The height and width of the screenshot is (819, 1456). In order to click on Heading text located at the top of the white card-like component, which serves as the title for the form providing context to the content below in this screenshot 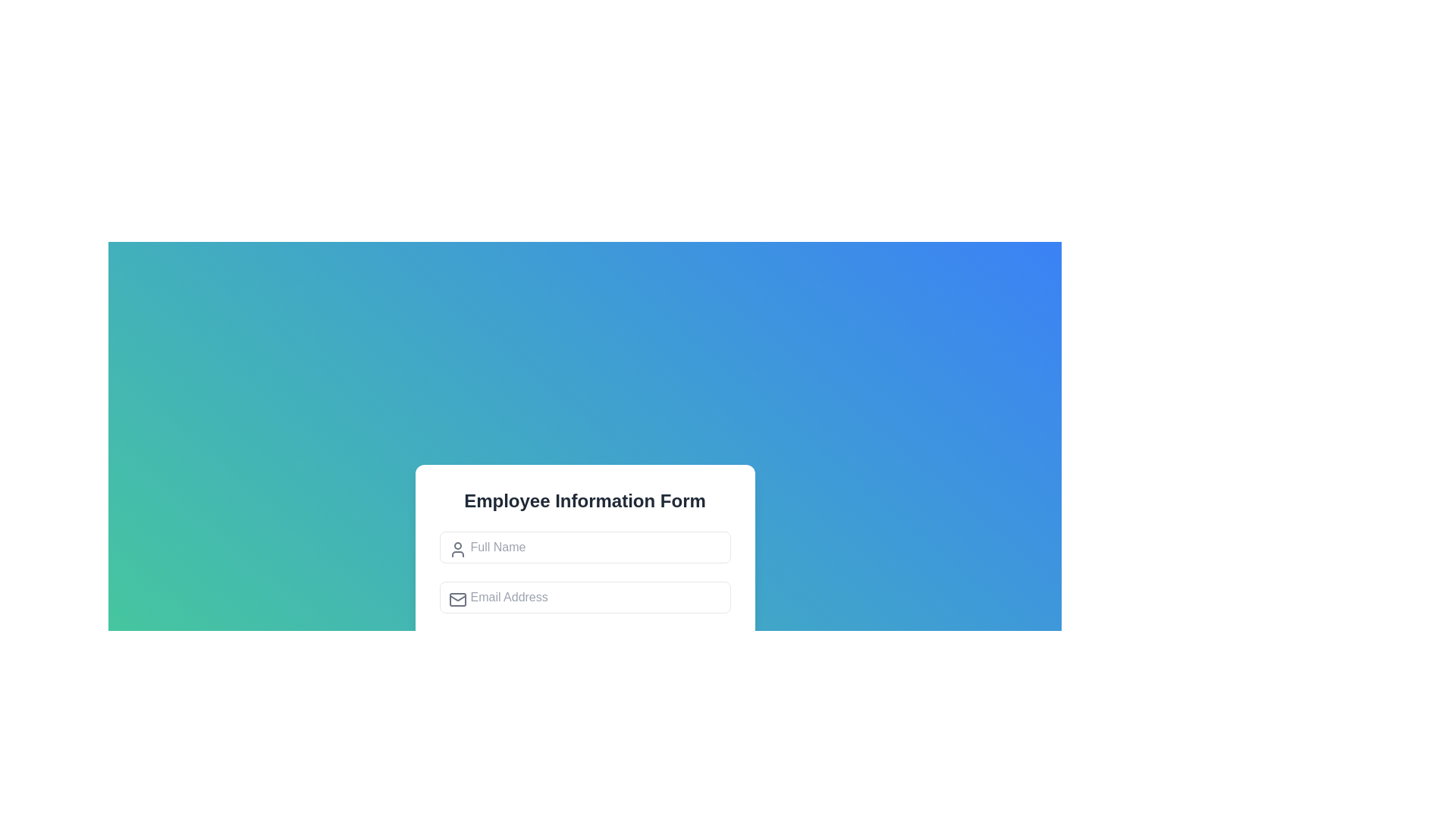, I will do `click(584, 500)`.